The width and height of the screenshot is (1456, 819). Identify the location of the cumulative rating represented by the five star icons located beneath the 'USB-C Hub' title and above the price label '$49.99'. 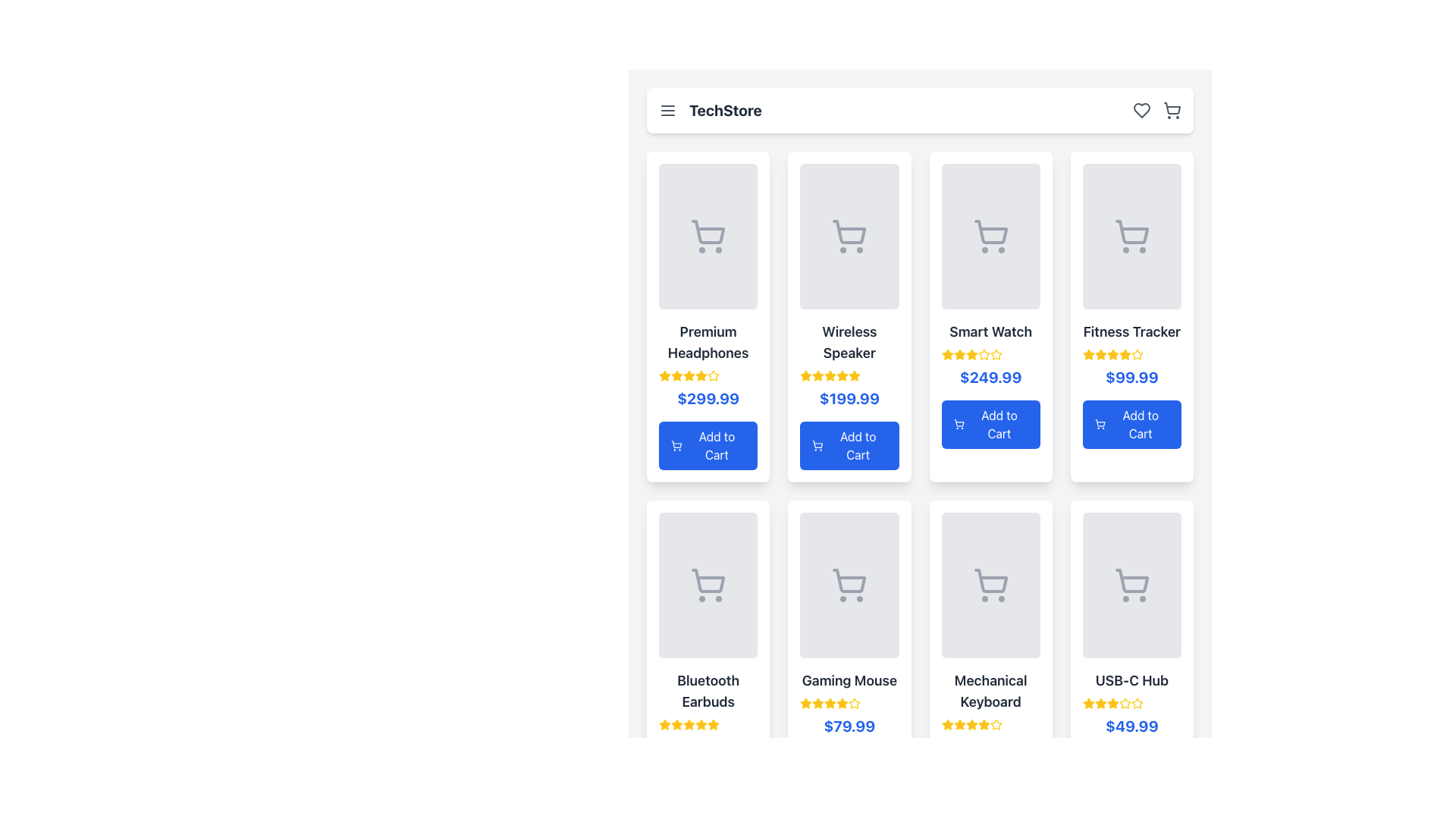
(1131, 704).